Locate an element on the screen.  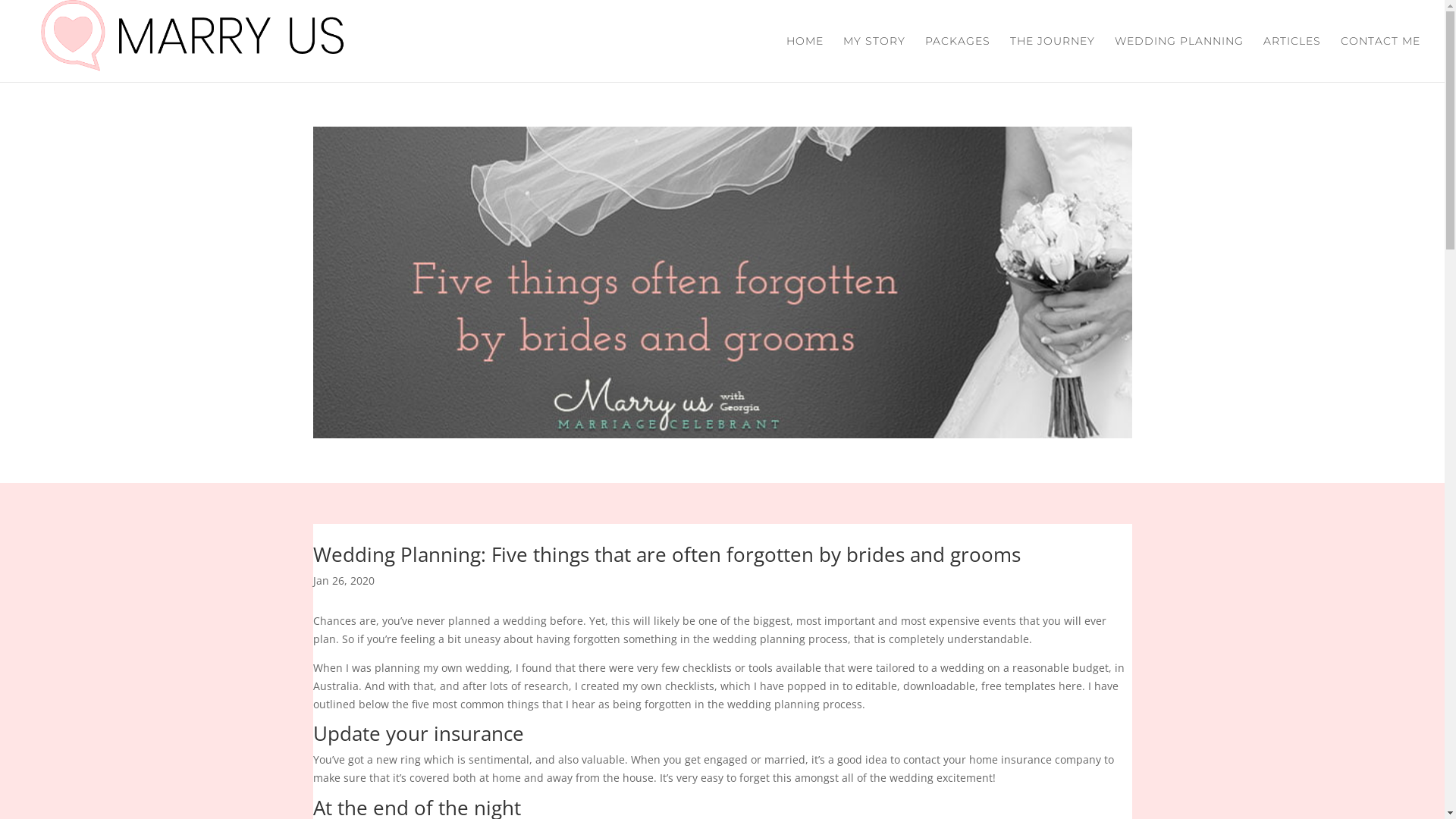
'THE JOURNEY' is located at coordinates (1051, 58).